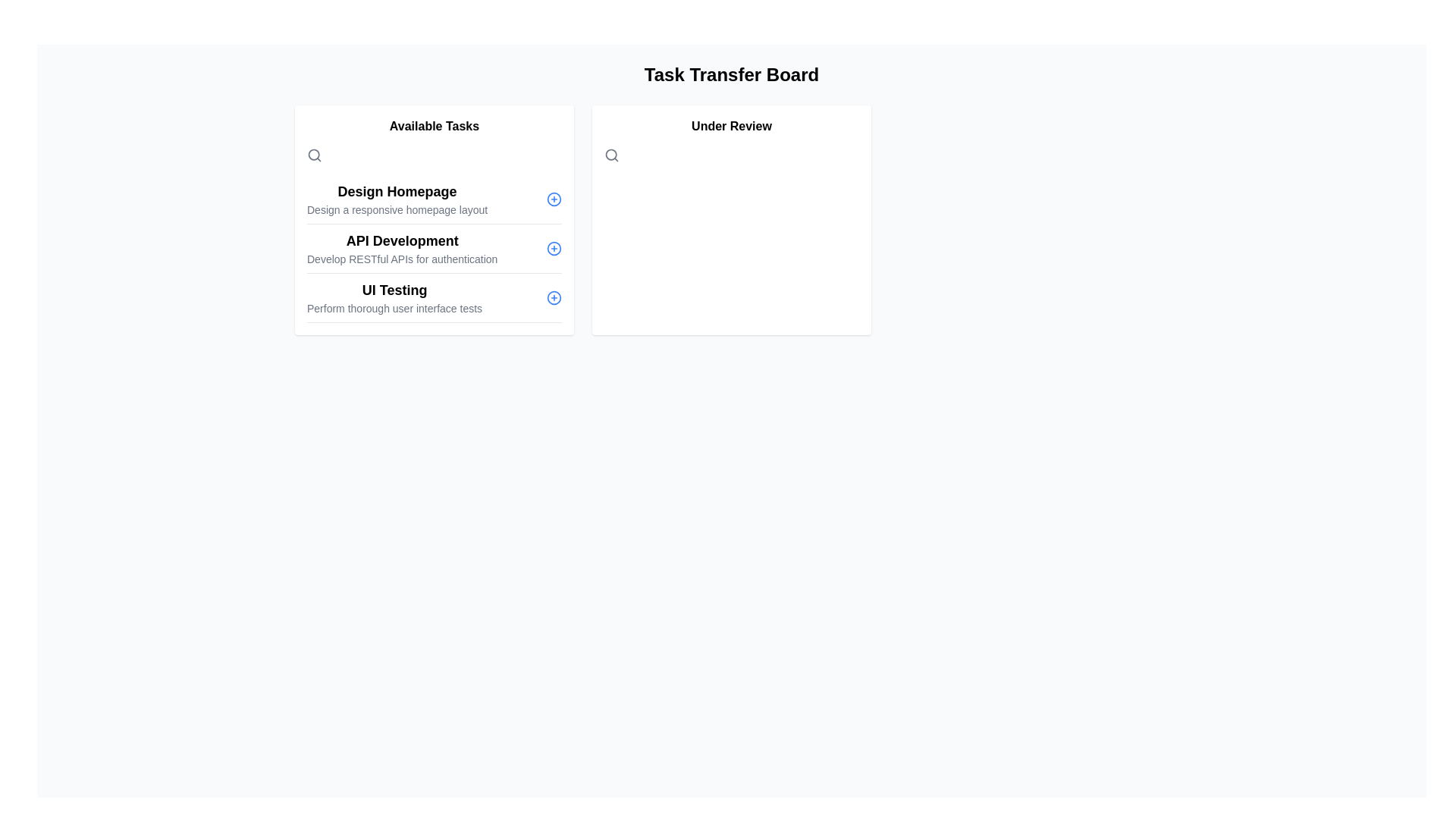 Image resolution: width=1456 pixels, height=819 pixels. I want to click on the search icon (magnifying glass) located near the top-left corner of the 'Under Review' section to initiate a search action, so click(611, 155).